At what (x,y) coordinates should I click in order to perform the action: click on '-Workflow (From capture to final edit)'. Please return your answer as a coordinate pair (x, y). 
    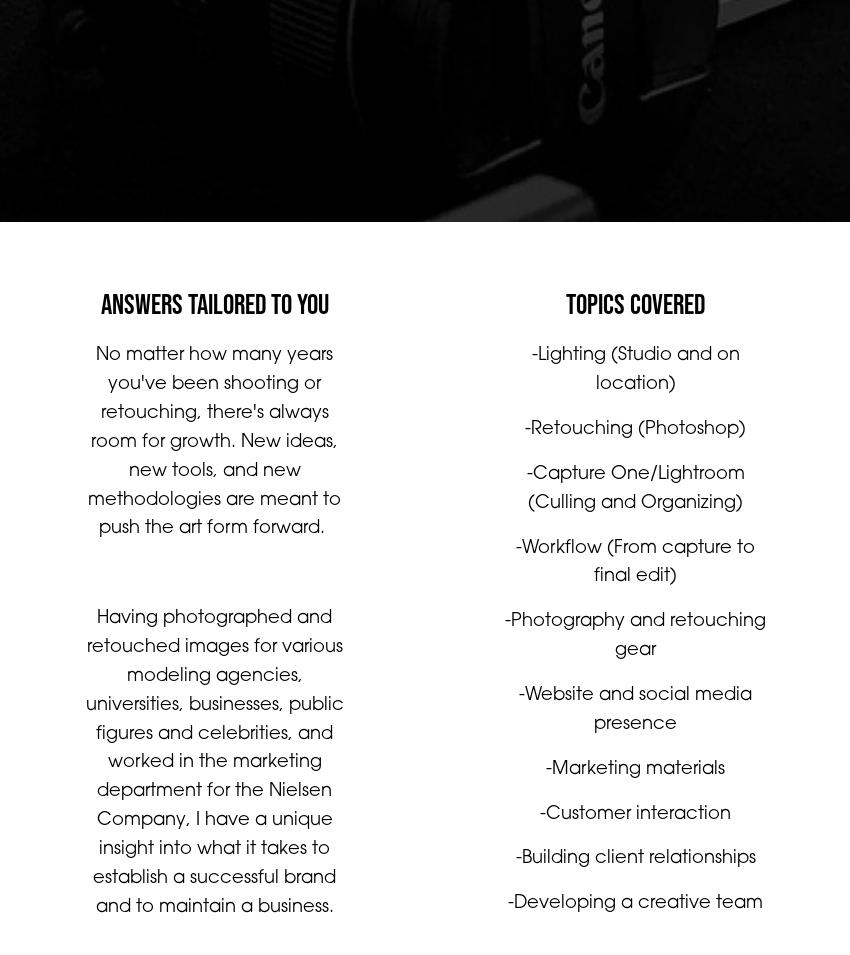
    Looking at the image, I should click on (638, 581).